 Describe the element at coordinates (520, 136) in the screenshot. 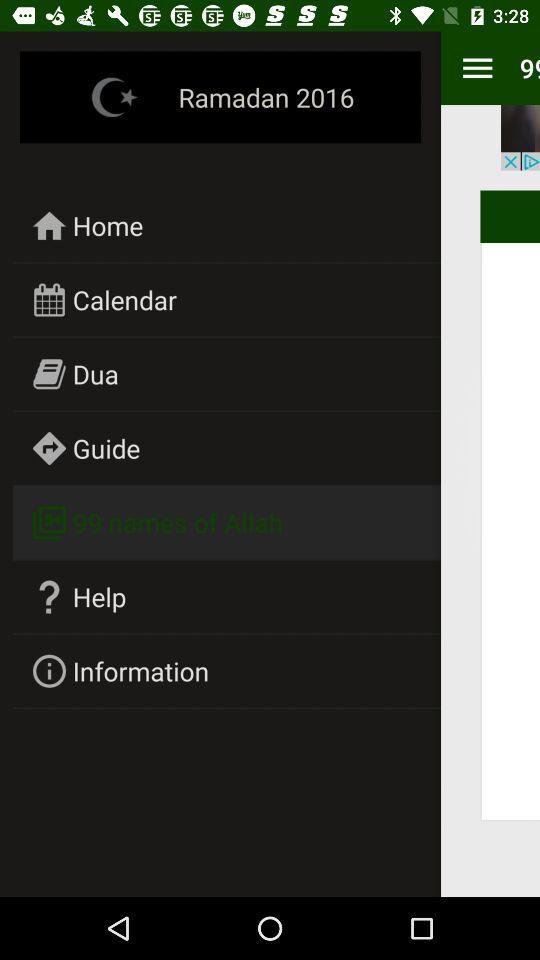

I see `watch advertisement` at that location.